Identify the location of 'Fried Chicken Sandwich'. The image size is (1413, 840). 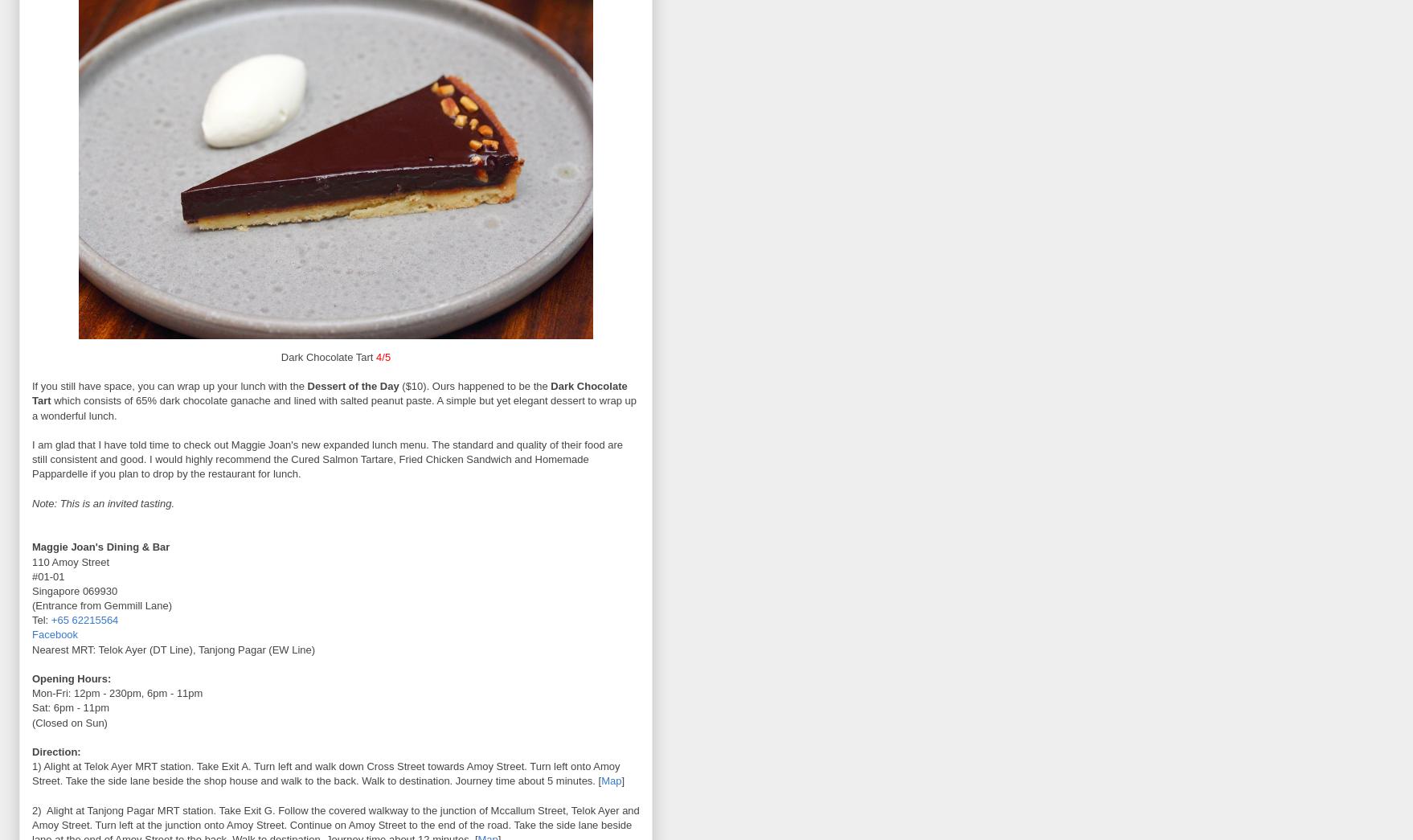
(454, 459).